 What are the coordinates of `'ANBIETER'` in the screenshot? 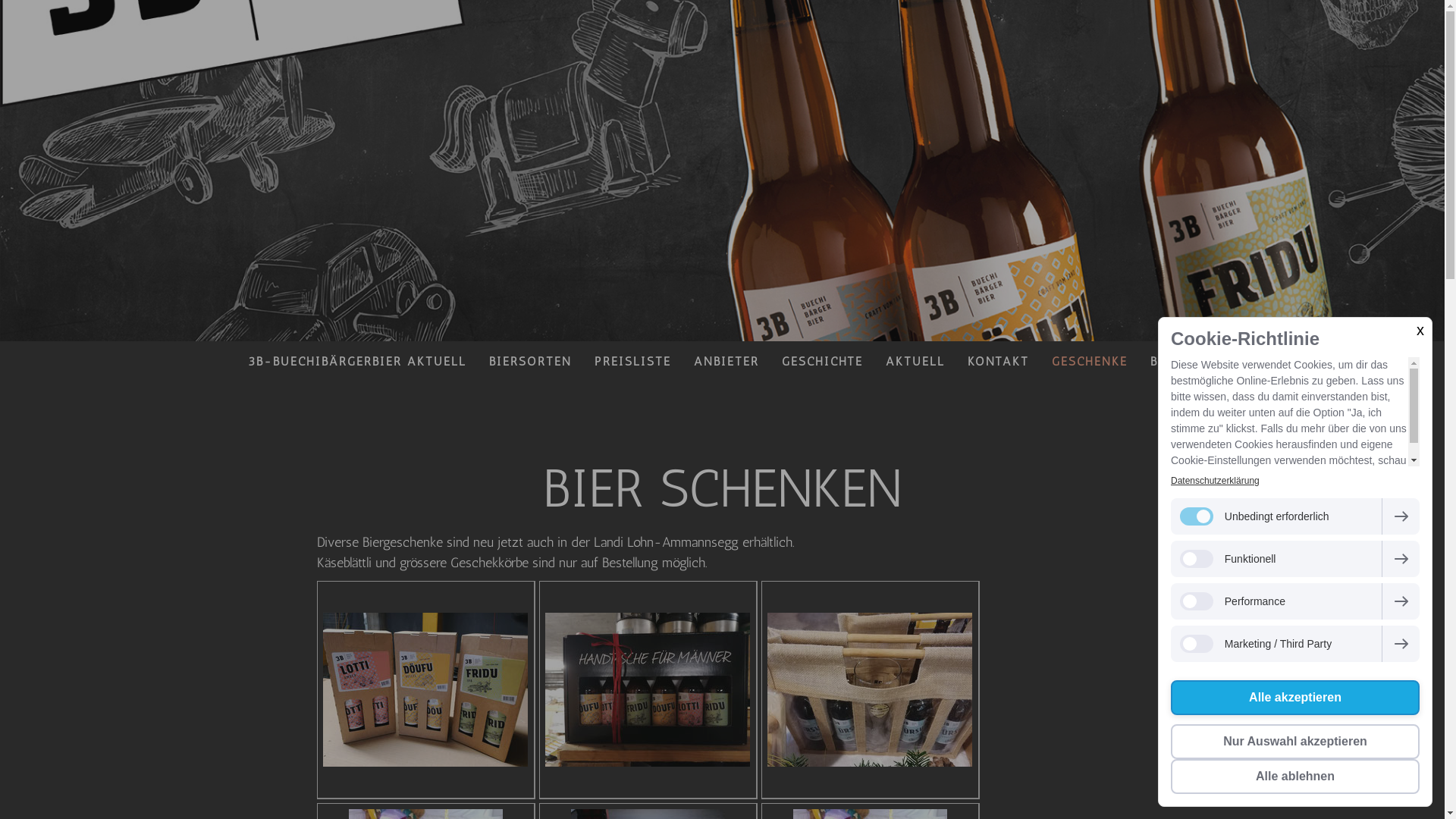 It's located at (726, 361).